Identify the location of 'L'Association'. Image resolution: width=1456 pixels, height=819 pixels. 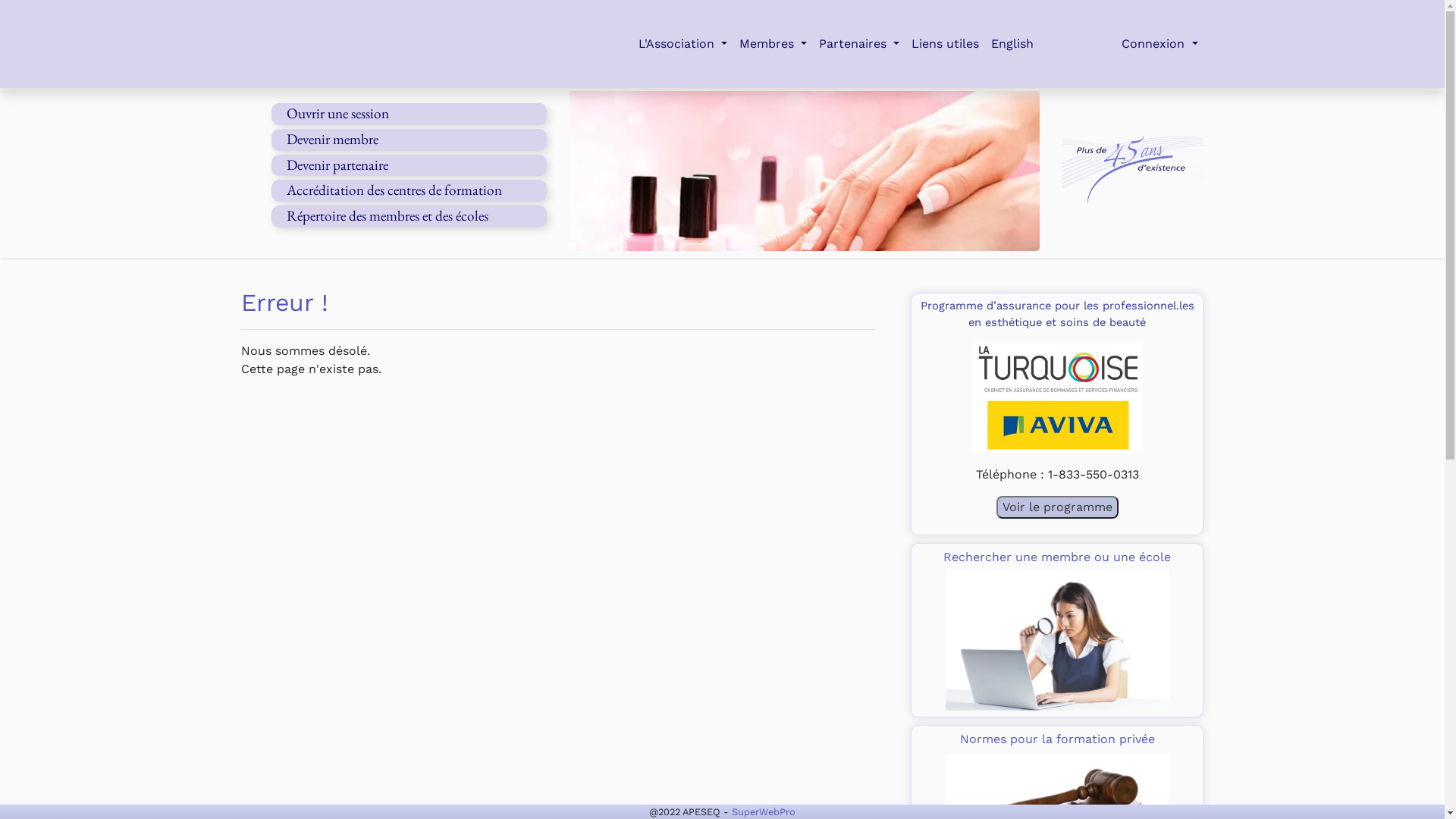
(632, 42).